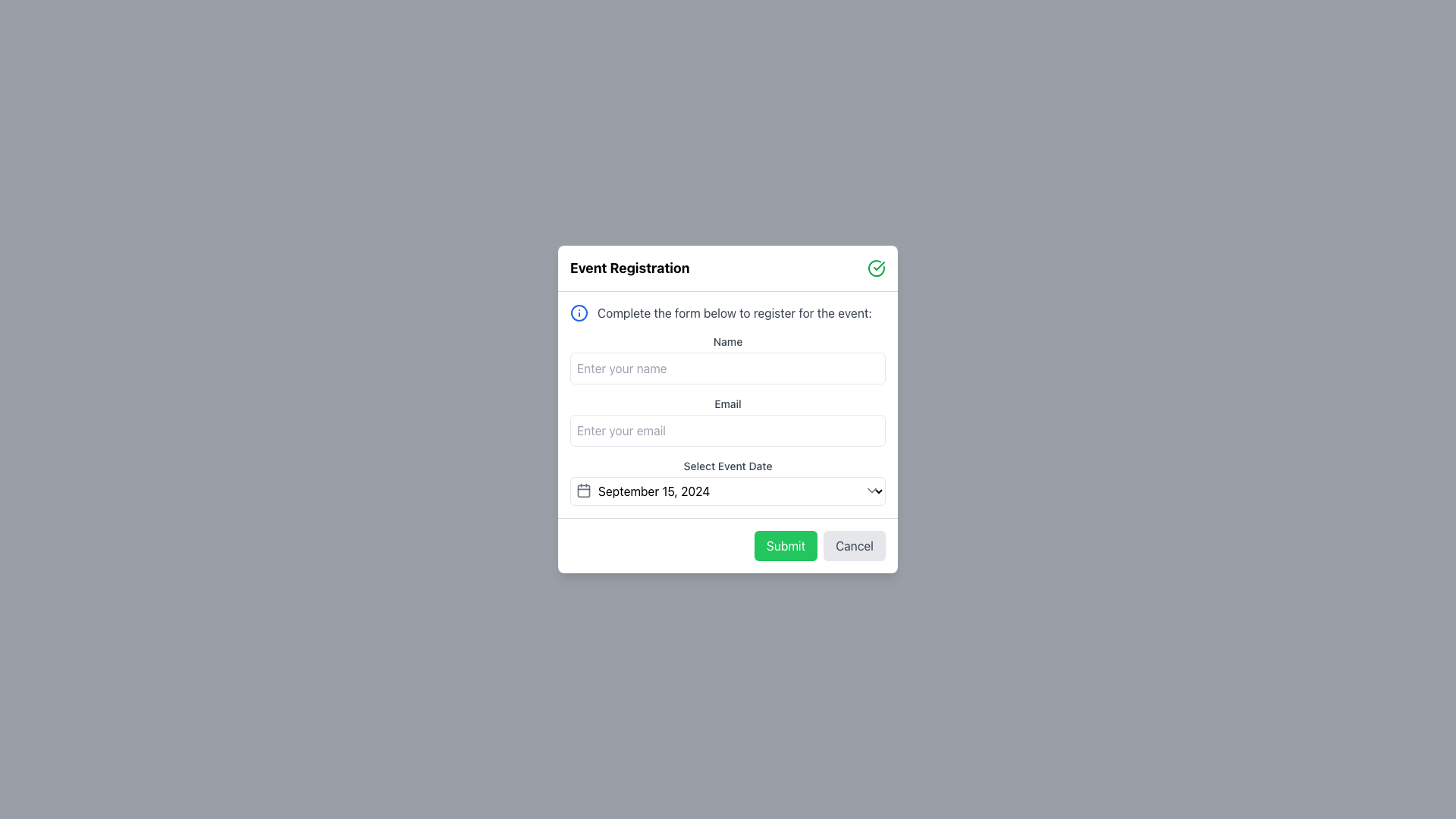  I want to click on the gray calendar icon located to the left of the date selection field in the 'Select Event Date' header, so click(582, 491).